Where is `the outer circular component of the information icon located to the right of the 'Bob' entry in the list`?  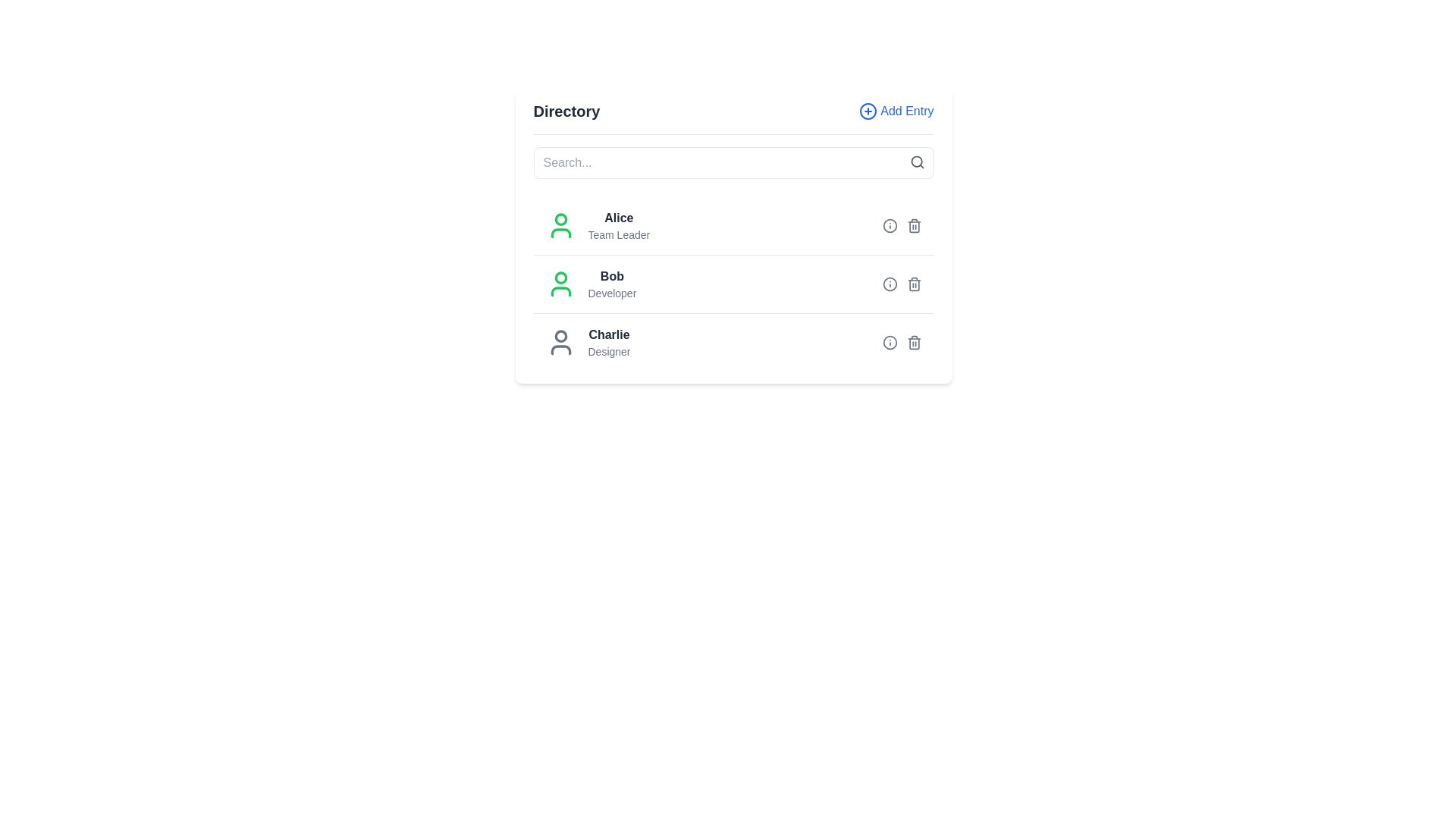
the outer circular component of the information icon located to the right of the 'Bob' entry in the list is located at coordinates (890, 284).